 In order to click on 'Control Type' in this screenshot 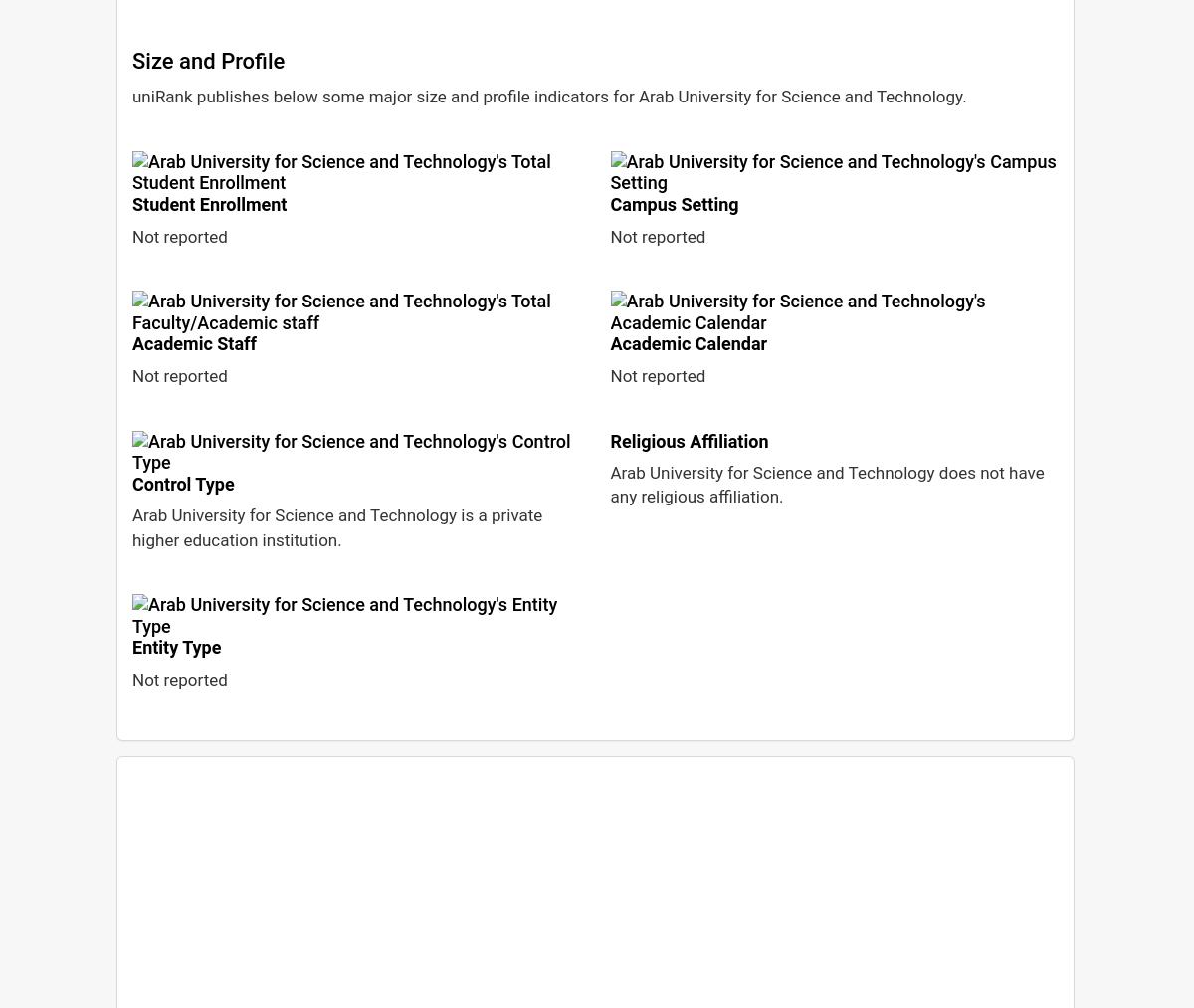, I will do `click(181, 482)`.